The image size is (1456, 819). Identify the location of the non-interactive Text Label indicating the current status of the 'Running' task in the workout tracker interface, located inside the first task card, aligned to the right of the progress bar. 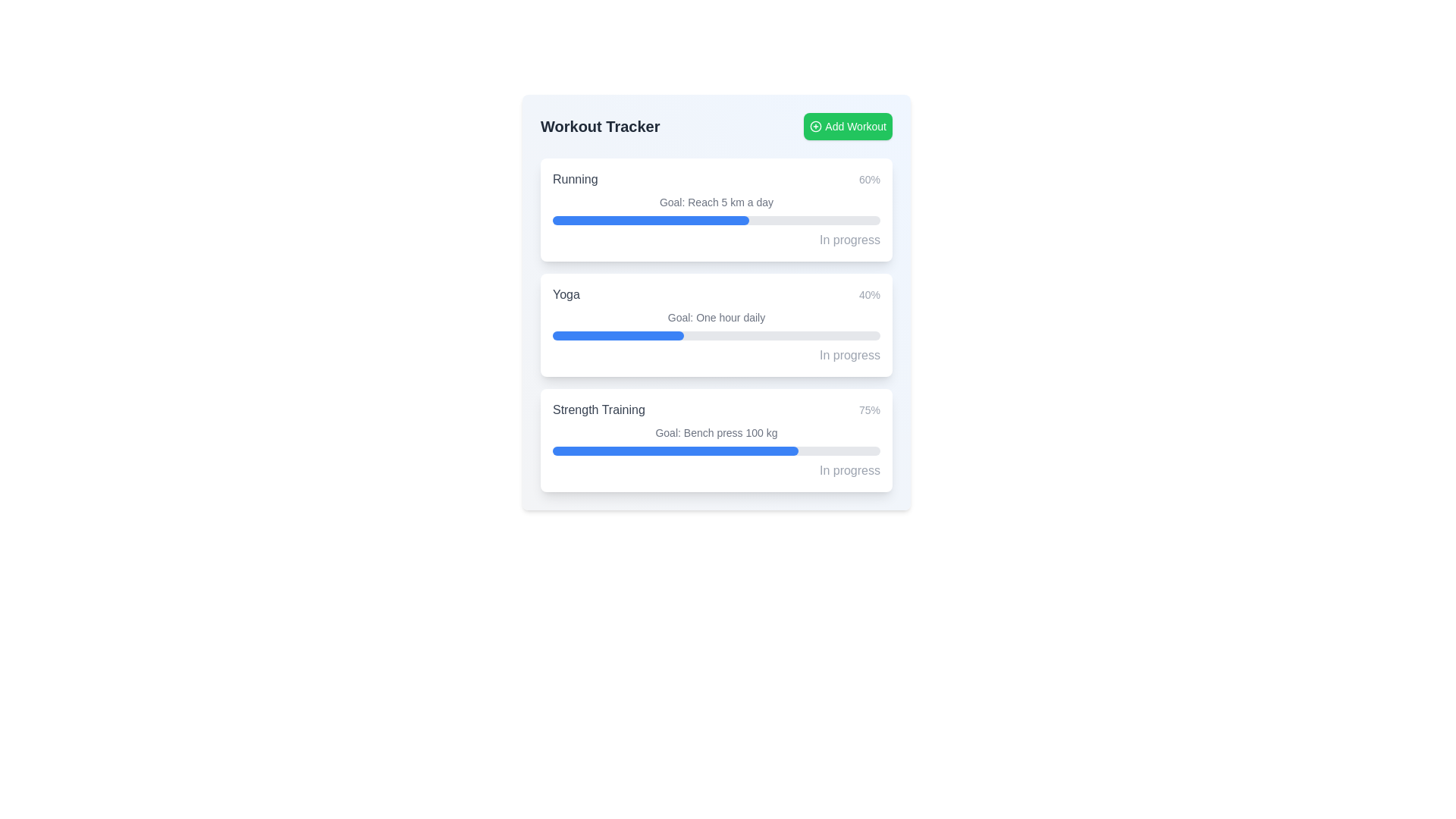
(849, 239).